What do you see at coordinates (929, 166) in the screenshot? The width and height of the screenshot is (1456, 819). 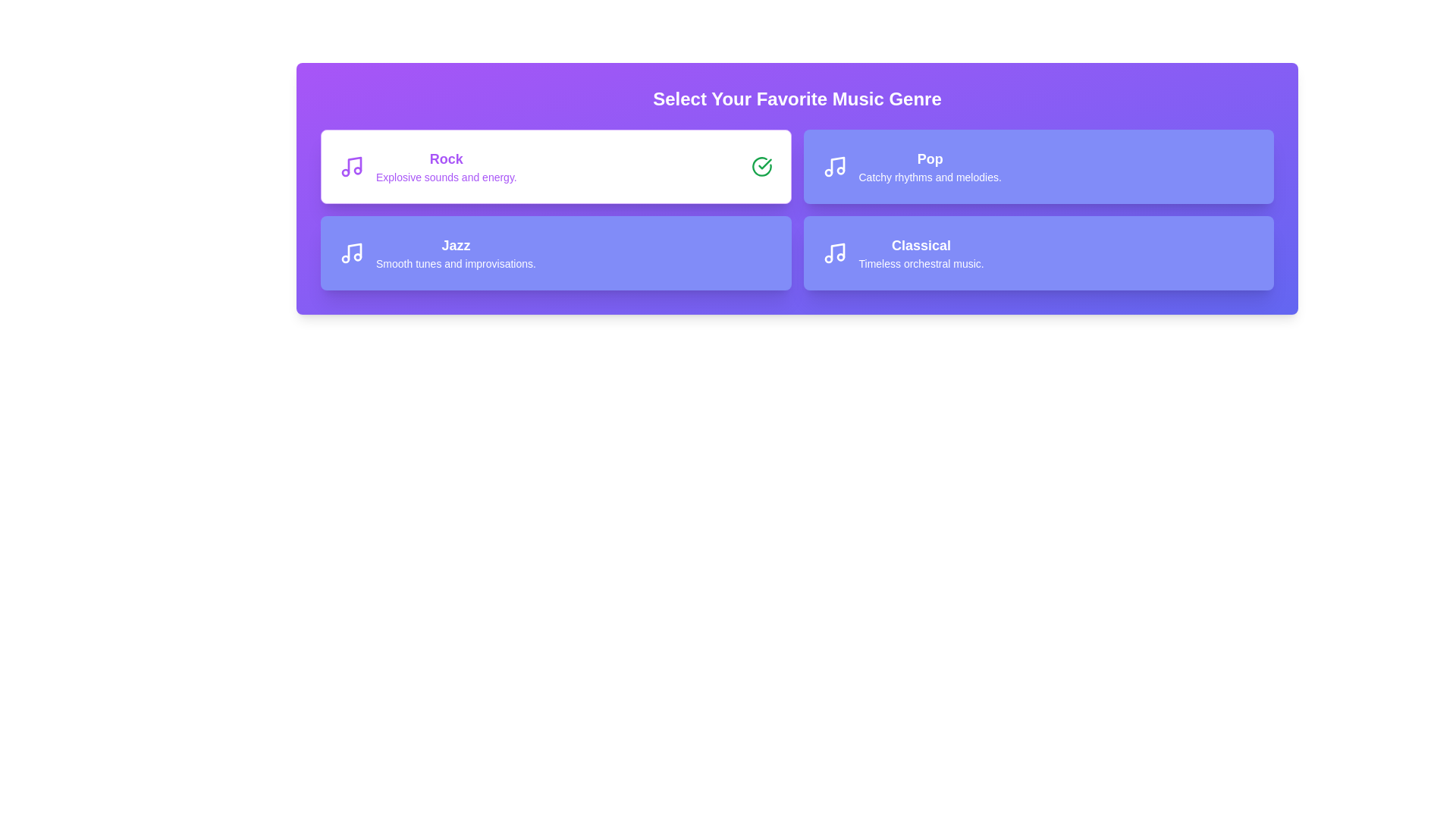 I see `the text block displaying the title 'Pop' and description 'Catchy rhythms and melodies.'` at bounding box center [929, 166].